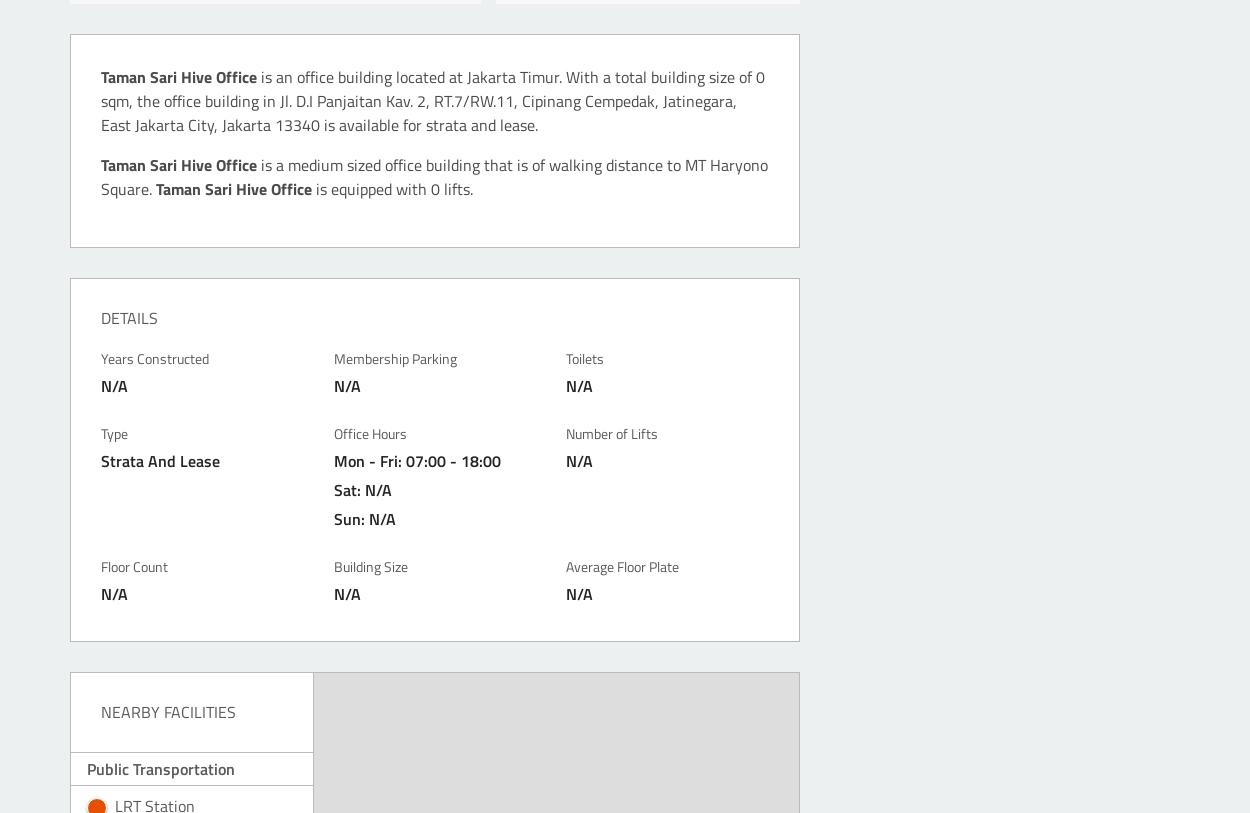 This screenshot has height=813, width=1250. I want to click on 'Mon - Fri:
        07:00 - 18:00', so click(416, 459).